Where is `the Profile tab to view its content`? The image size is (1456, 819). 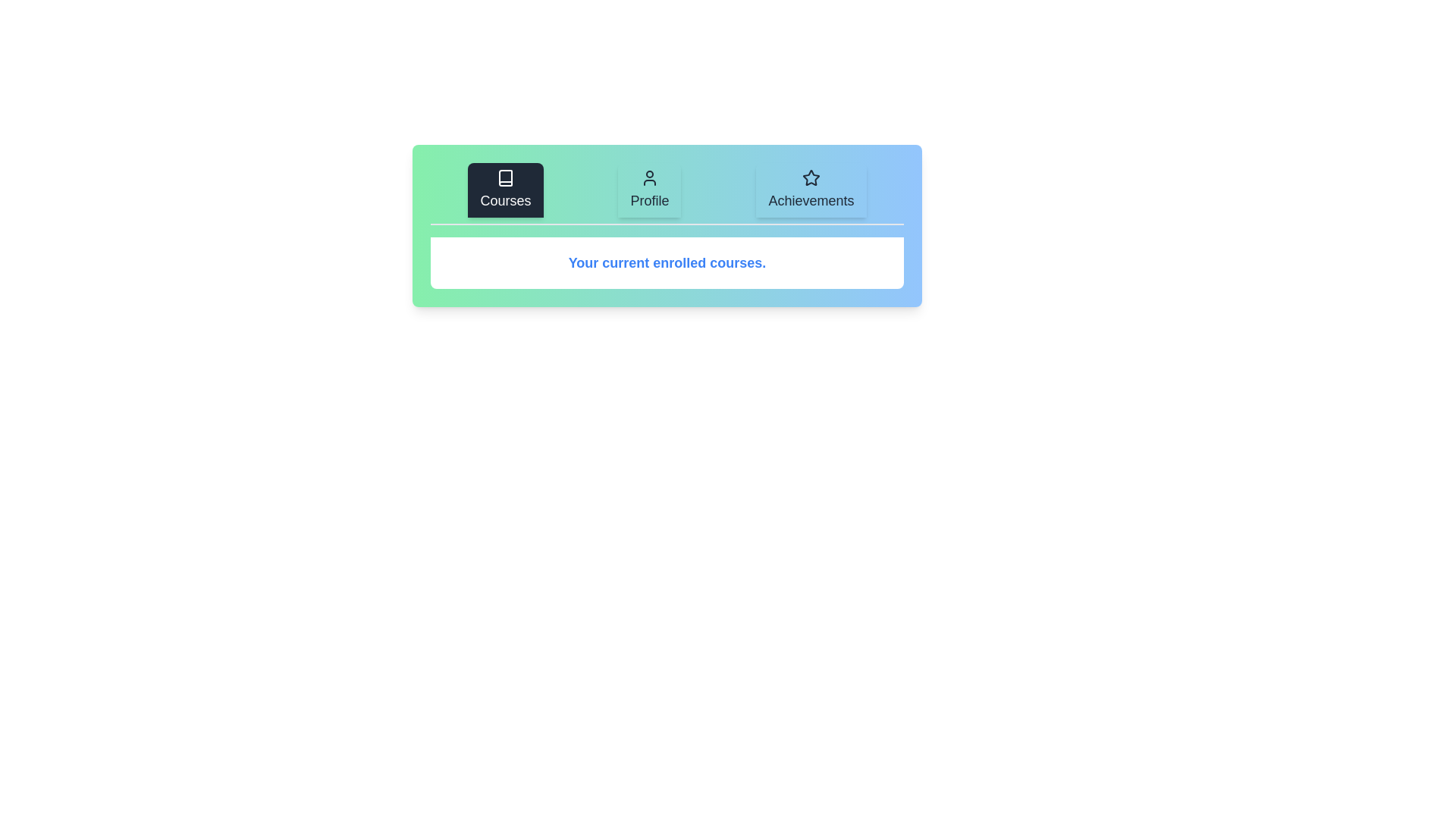
the Profile tab to view its content is located at coordinates (649, 189).